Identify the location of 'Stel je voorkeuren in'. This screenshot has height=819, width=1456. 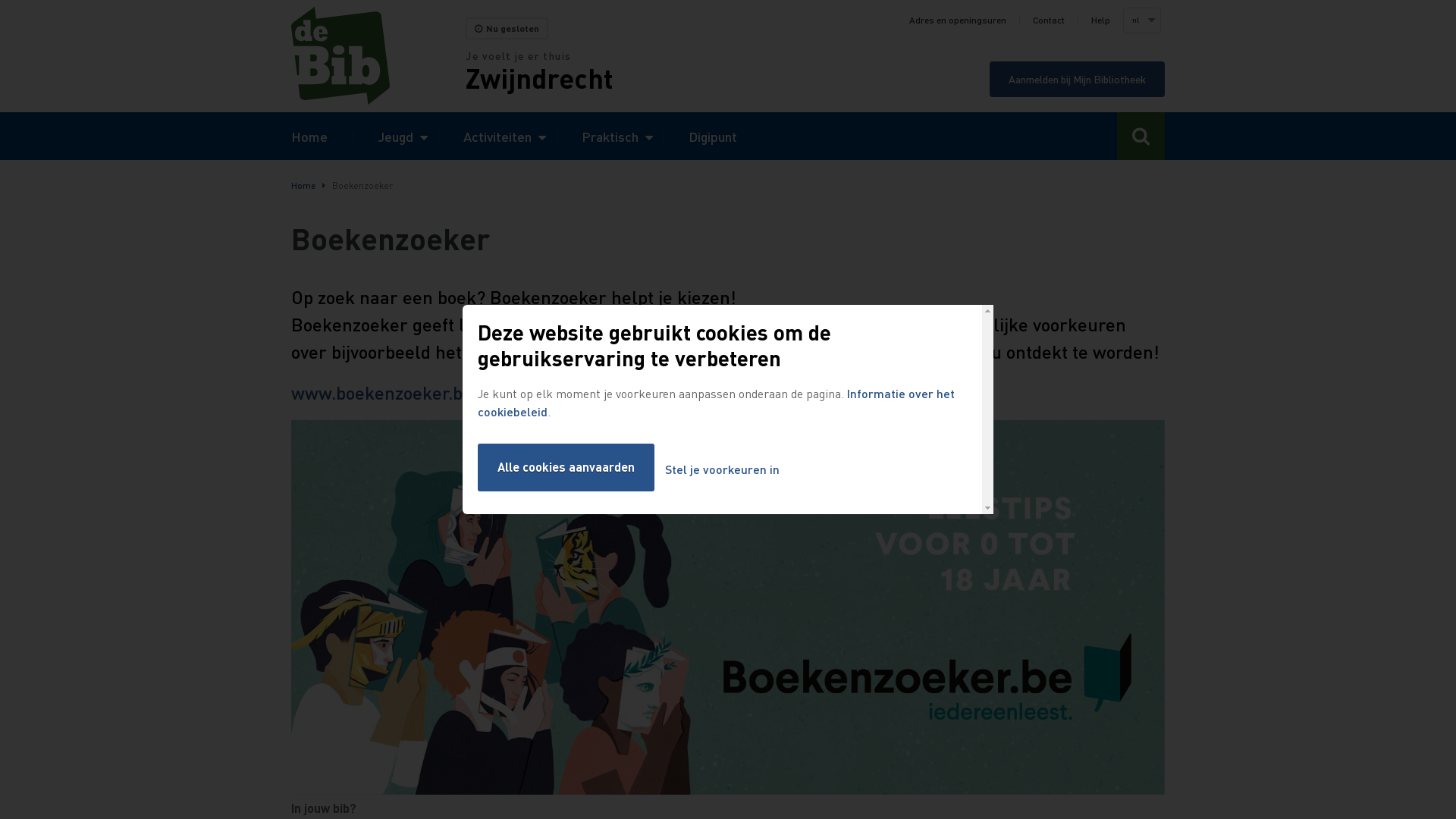
(721, 469).